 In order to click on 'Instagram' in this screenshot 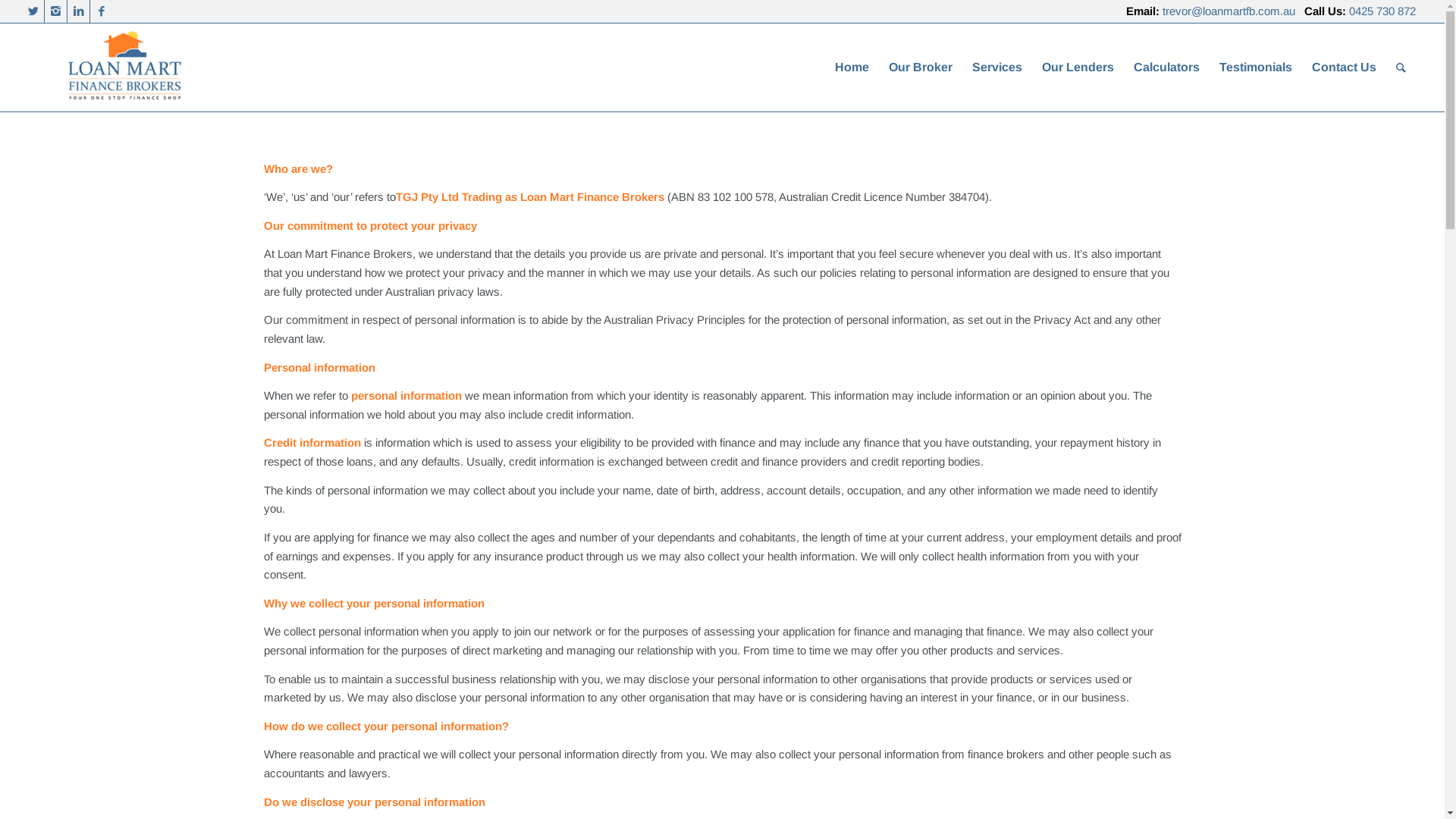, I will do `click(55, 11)`.